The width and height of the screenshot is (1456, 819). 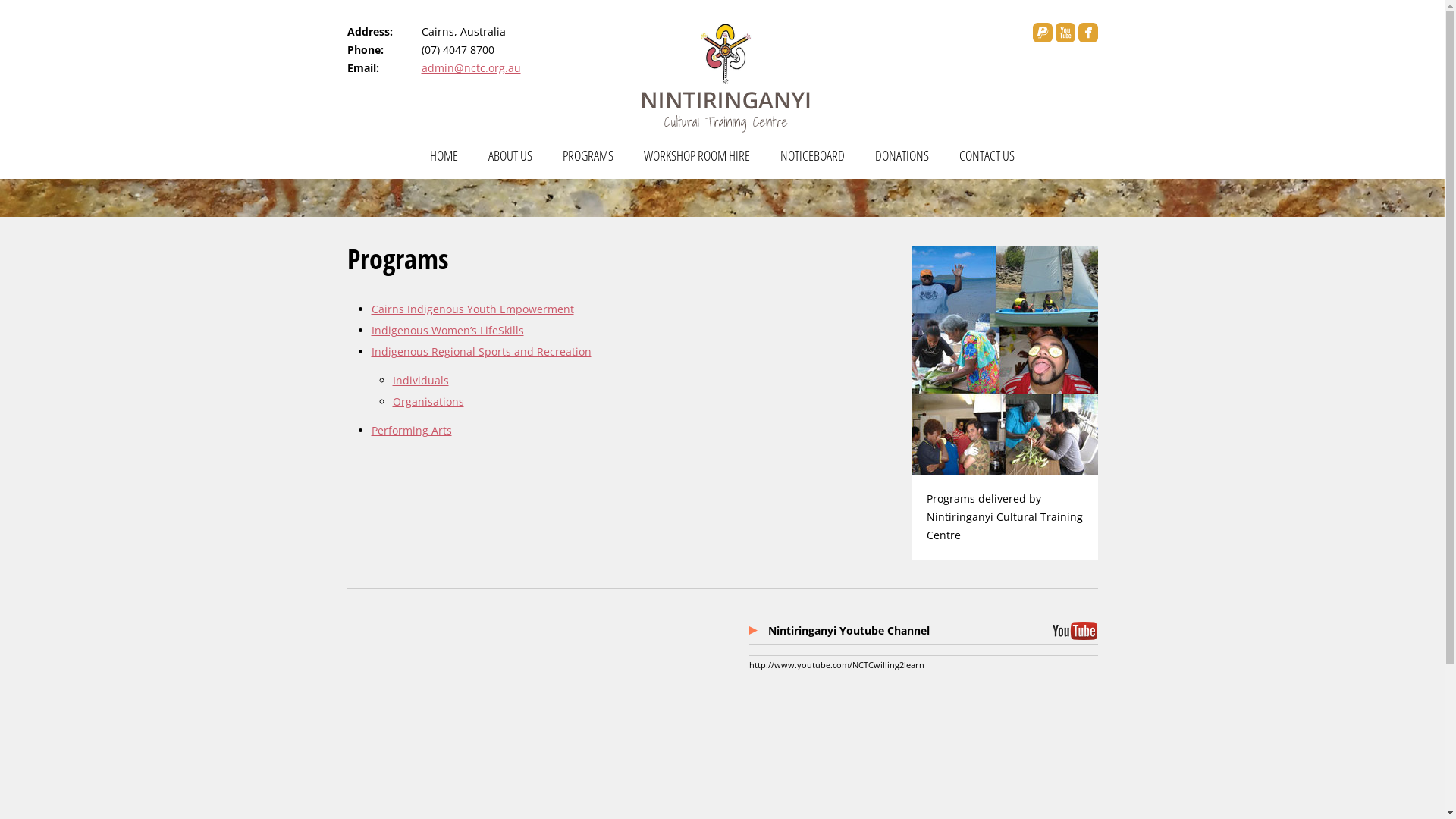 What do you see at coordinates (902, 161) in the screenshot?
I see `'DONATIONS'` at bounding box center [902, 161].